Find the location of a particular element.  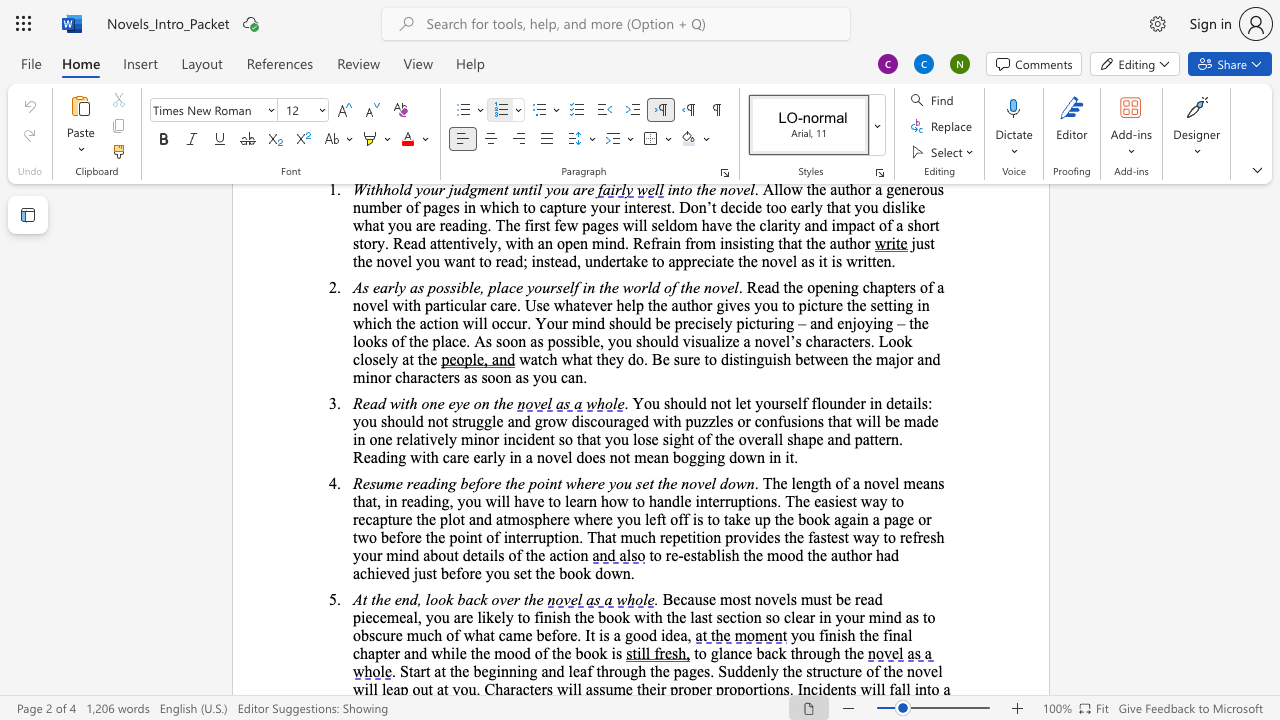

the 5th character "o" in the text is located at coordinates (731, 483).